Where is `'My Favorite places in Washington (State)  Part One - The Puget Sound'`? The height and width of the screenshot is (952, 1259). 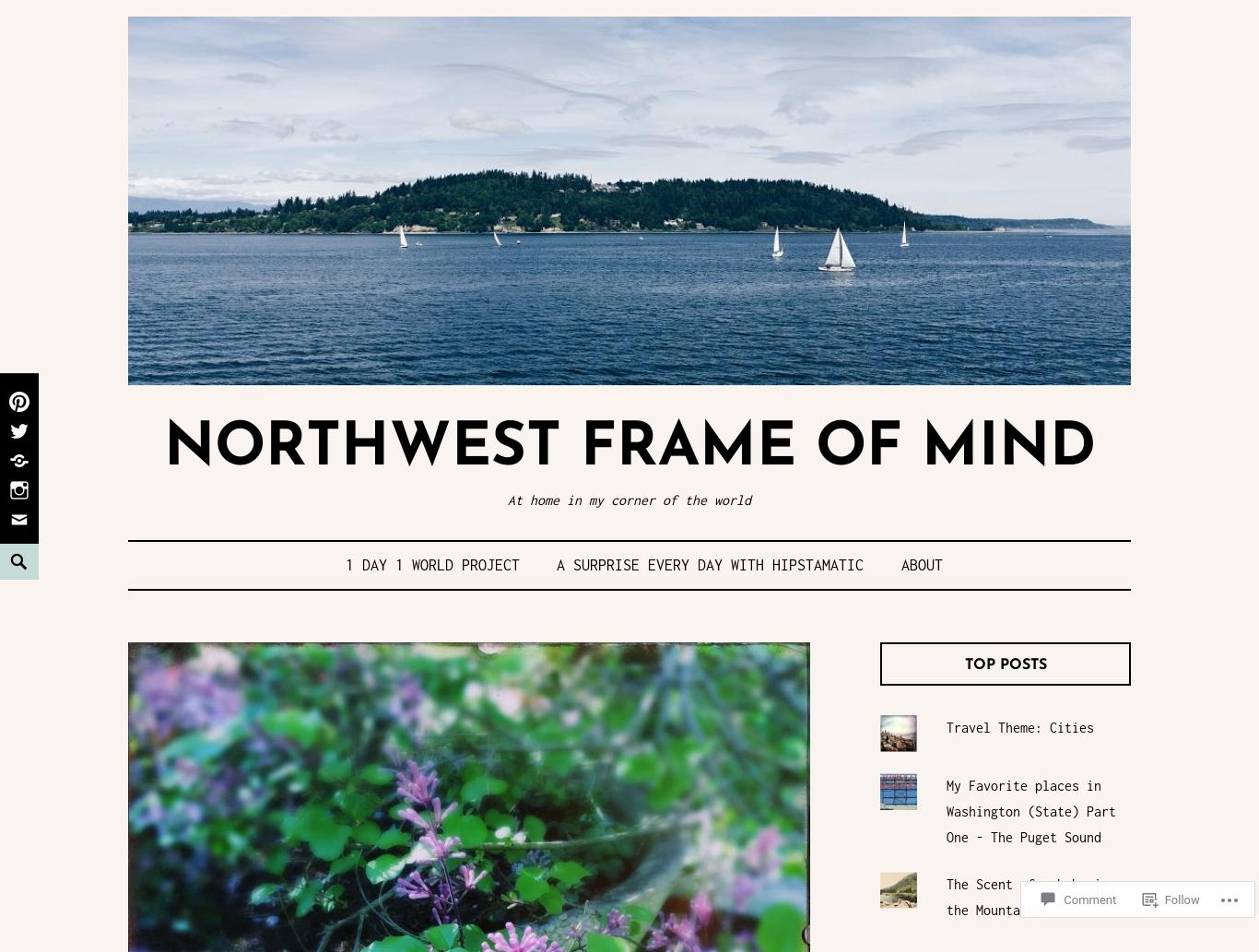 'My Favorite places in Washington (State)  Part One - The Puget Sound' is located at coordinates (1030, 810).